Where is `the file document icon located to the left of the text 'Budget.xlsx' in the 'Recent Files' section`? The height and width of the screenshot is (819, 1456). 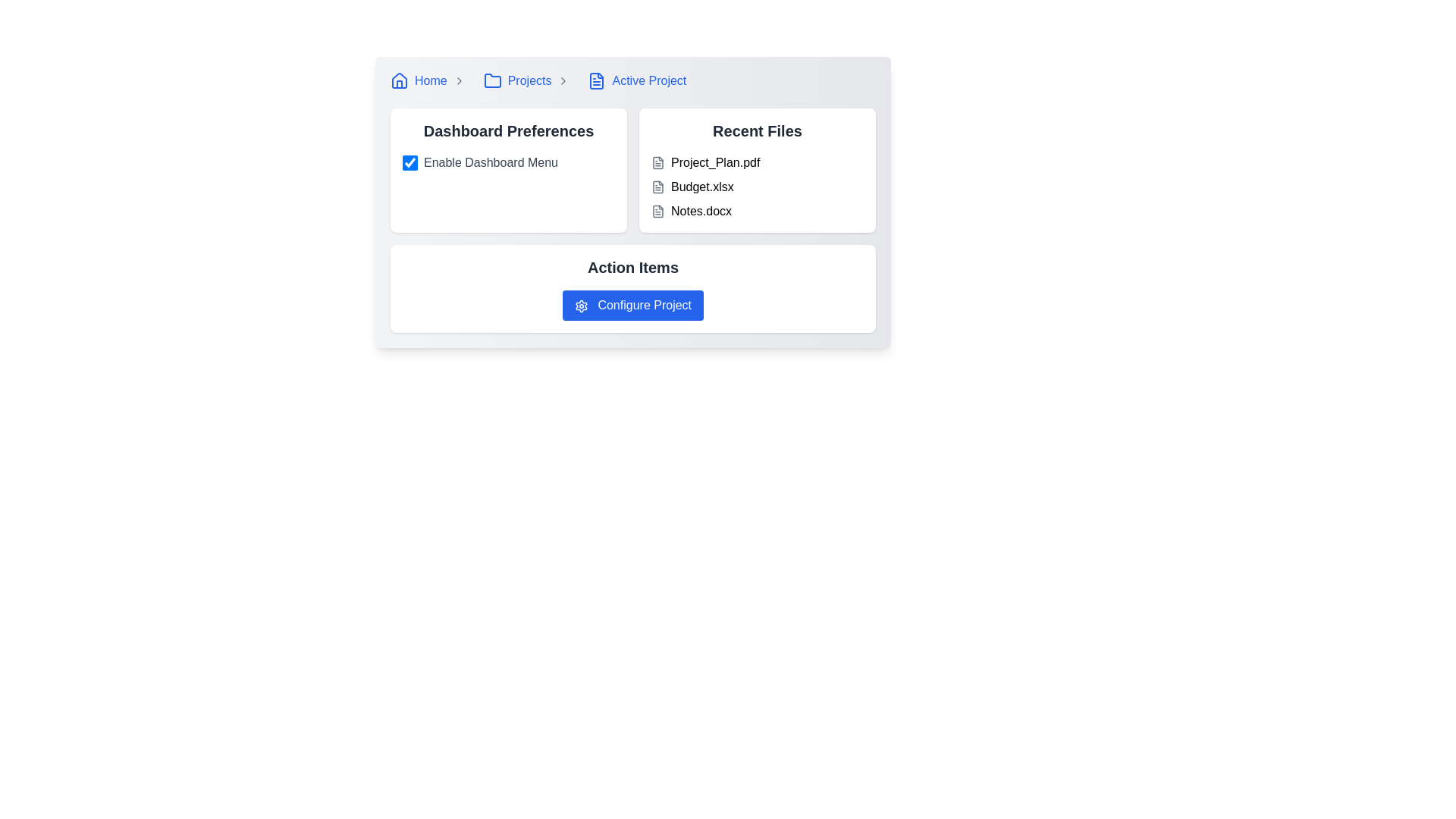
the file document icon located to the left of the text 'Budget.xlsx' in the 'Recent Files' section is located at coordinates (658, 186).